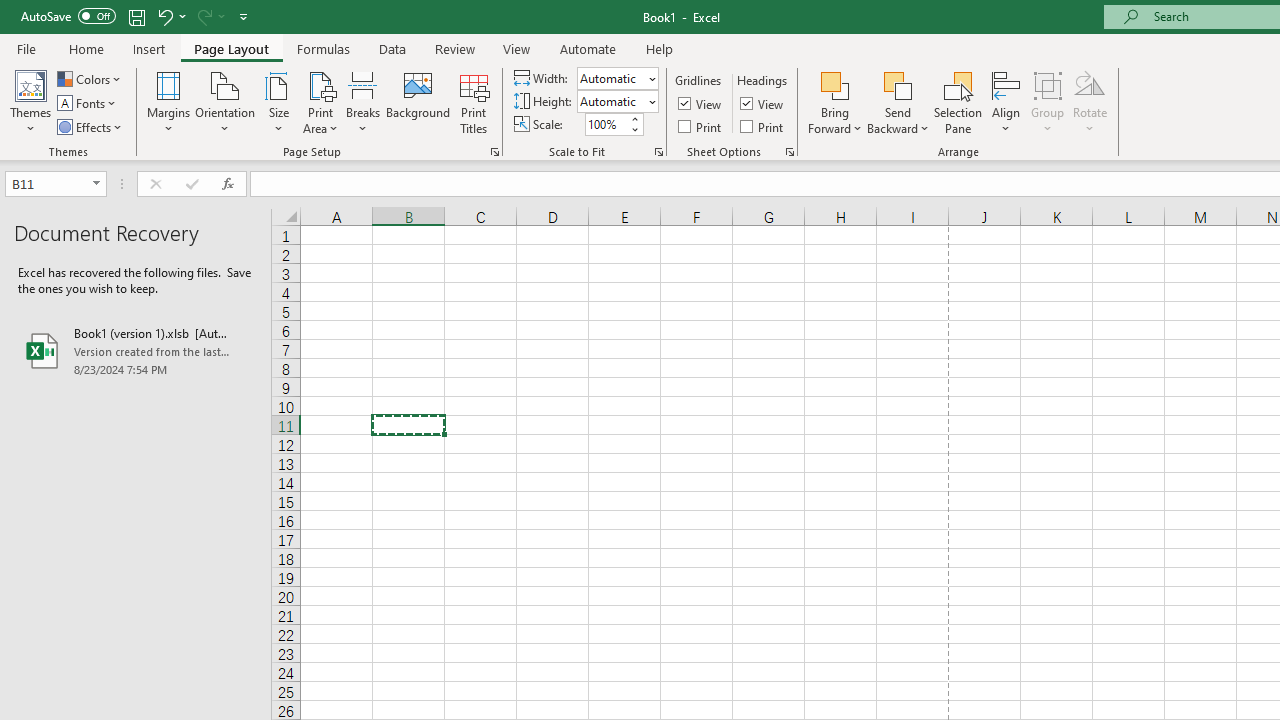  What do you see at coordinates (617, 101) in the screenshot?
I see `'Height'` at bounding box center [617, 101].